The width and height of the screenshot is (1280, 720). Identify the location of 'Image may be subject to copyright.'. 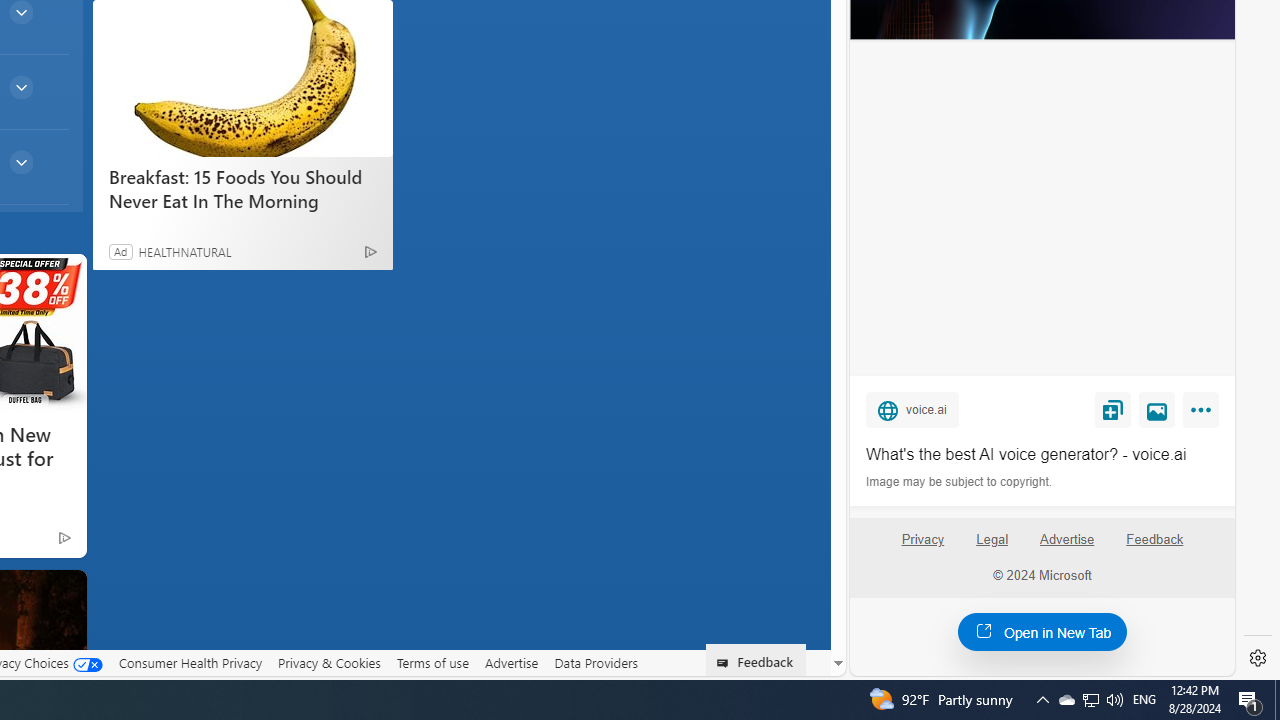
(960, 482).